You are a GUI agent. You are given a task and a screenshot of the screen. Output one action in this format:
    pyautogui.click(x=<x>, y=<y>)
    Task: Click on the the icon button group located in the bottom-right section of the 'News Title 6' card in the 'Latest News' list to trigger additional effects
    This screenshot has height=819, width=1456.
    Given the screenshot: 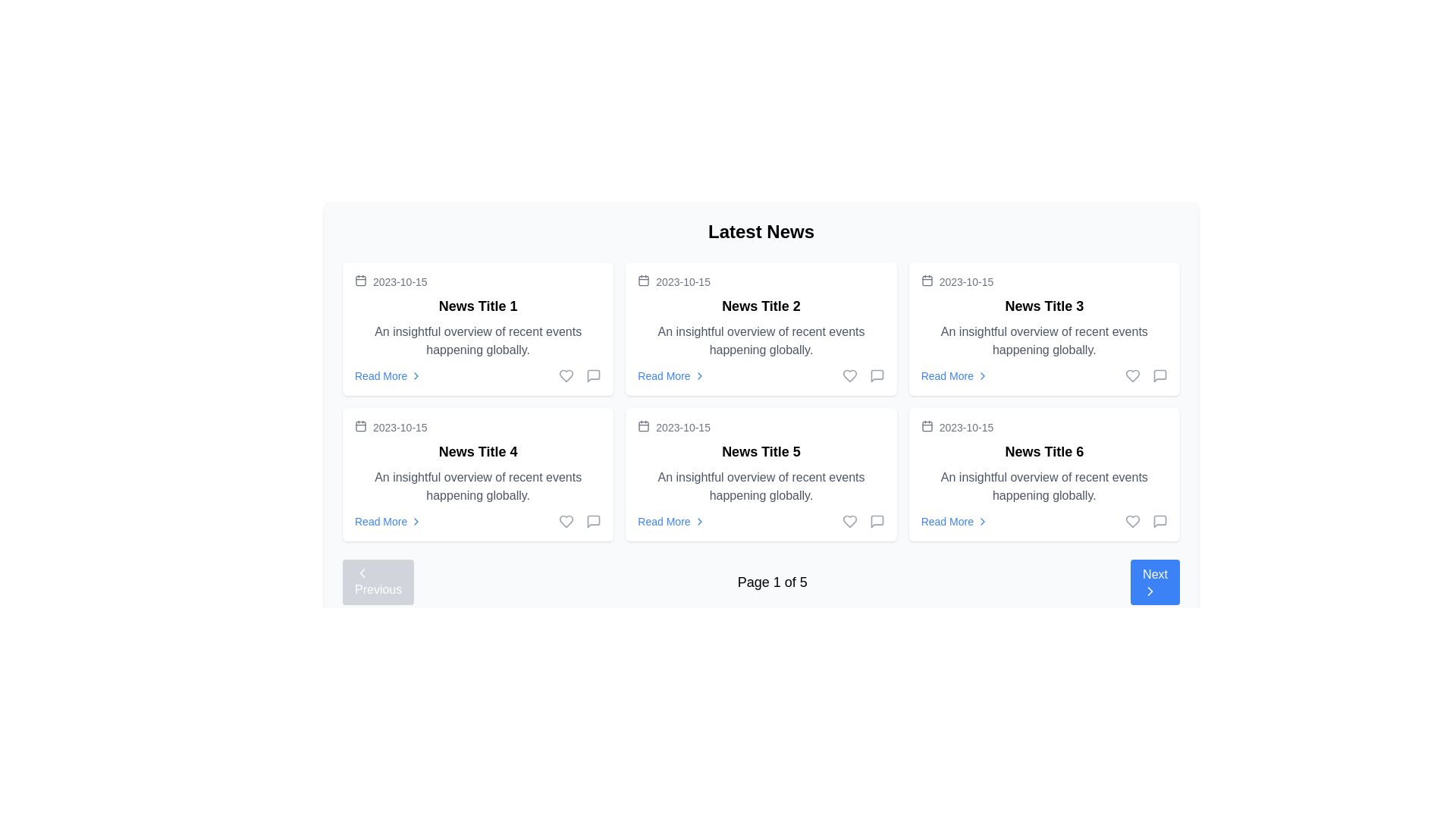 What is the action you would take?
    pyautogui.click(x=1147, y=520)
    